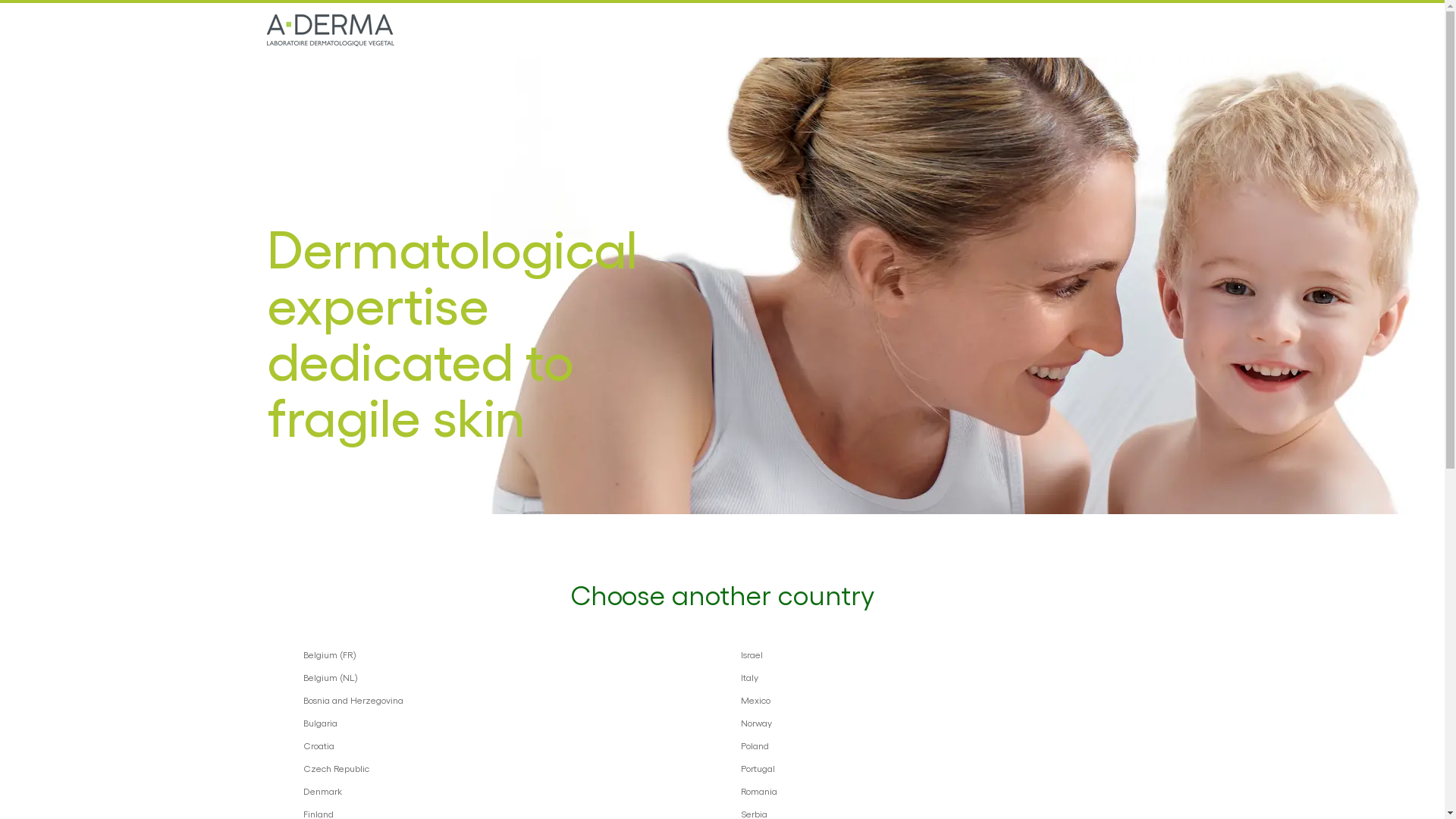  What do you see at coordinates (739, 745) in the screenshot?
I see `'Poland'` at bounding box center [739, 745].